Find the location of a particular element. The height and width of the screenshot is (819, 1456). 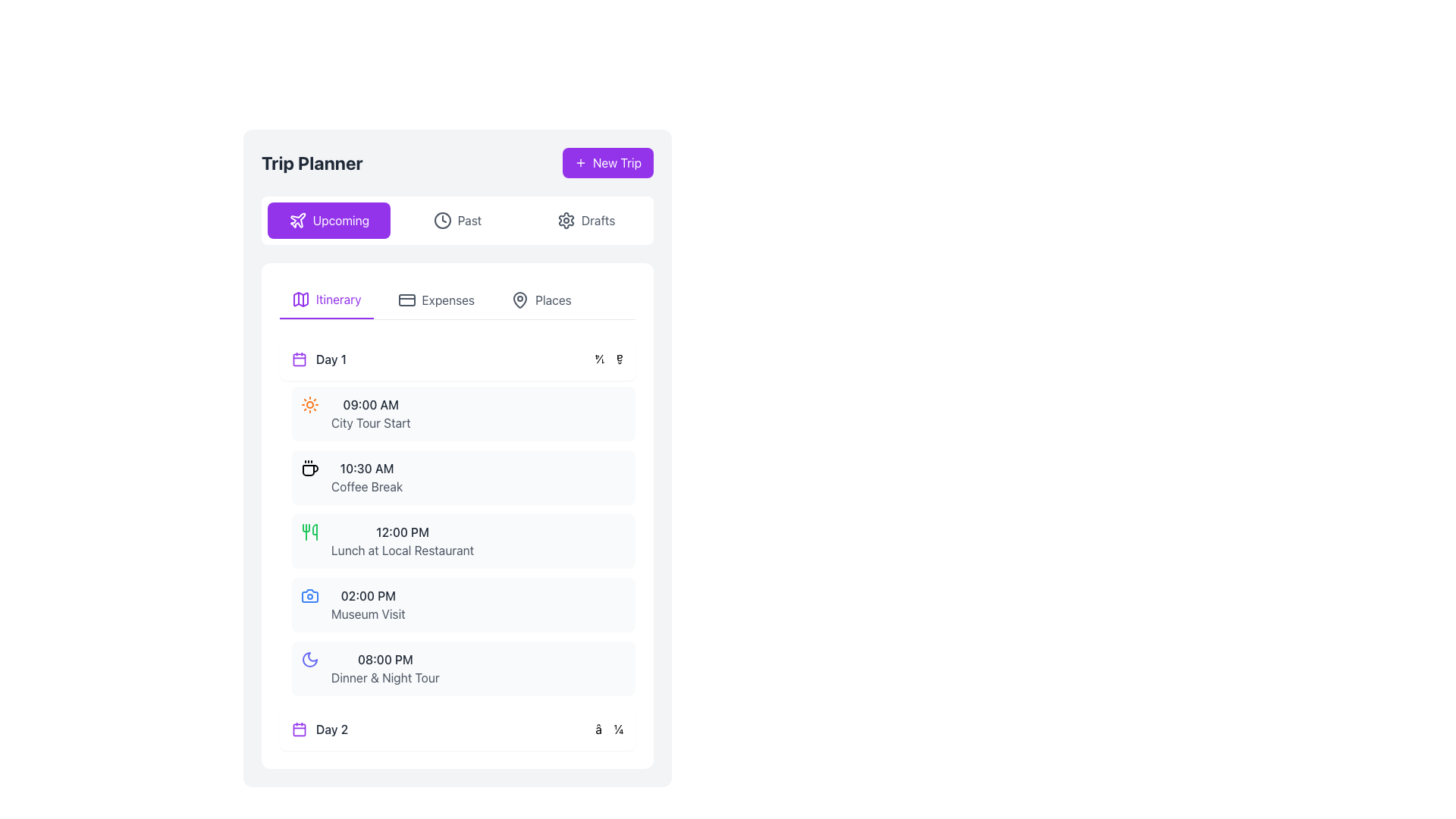

the 'Places' icon located to the left of the 'Places' text in the horizontal navigation bar is located at coordinates (520, 300).